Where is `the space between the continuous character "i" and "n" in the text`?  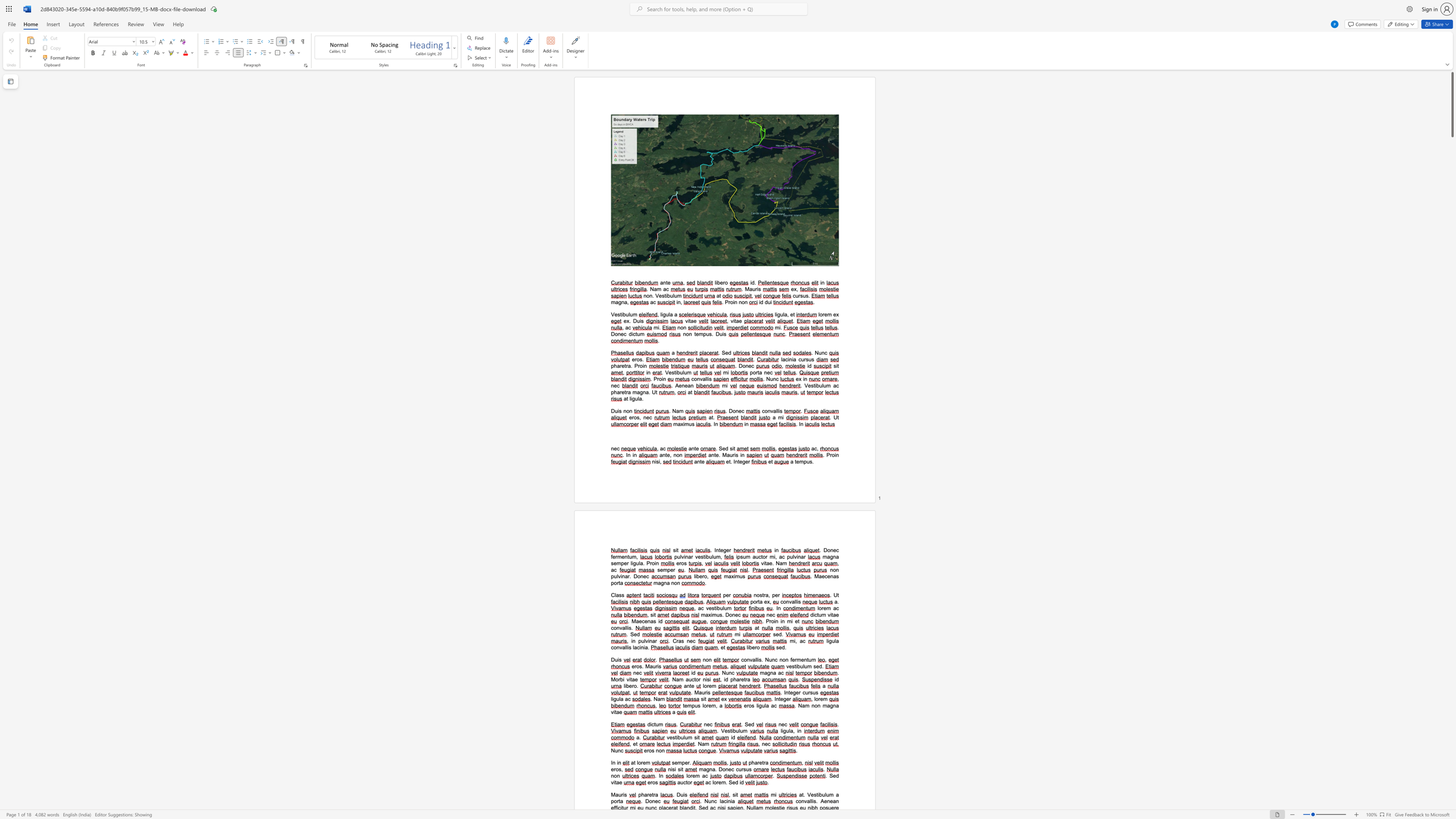
the space between the continuous character "i" and "n" in the text is located at coordinates (742, 455).